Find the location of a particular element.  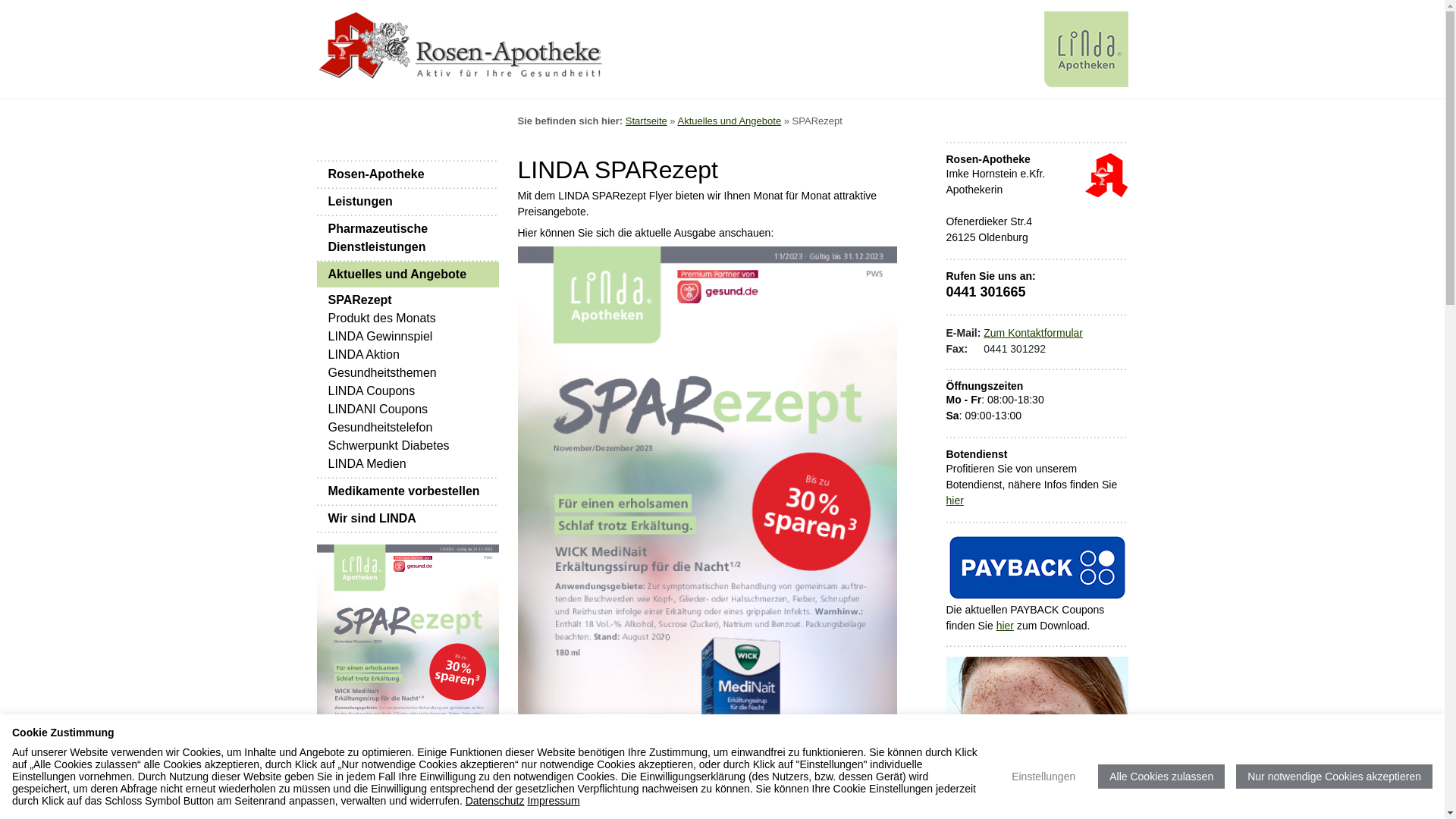

'Pharmazeutische Dienstleistungen' is located at coordinates (407, 237).